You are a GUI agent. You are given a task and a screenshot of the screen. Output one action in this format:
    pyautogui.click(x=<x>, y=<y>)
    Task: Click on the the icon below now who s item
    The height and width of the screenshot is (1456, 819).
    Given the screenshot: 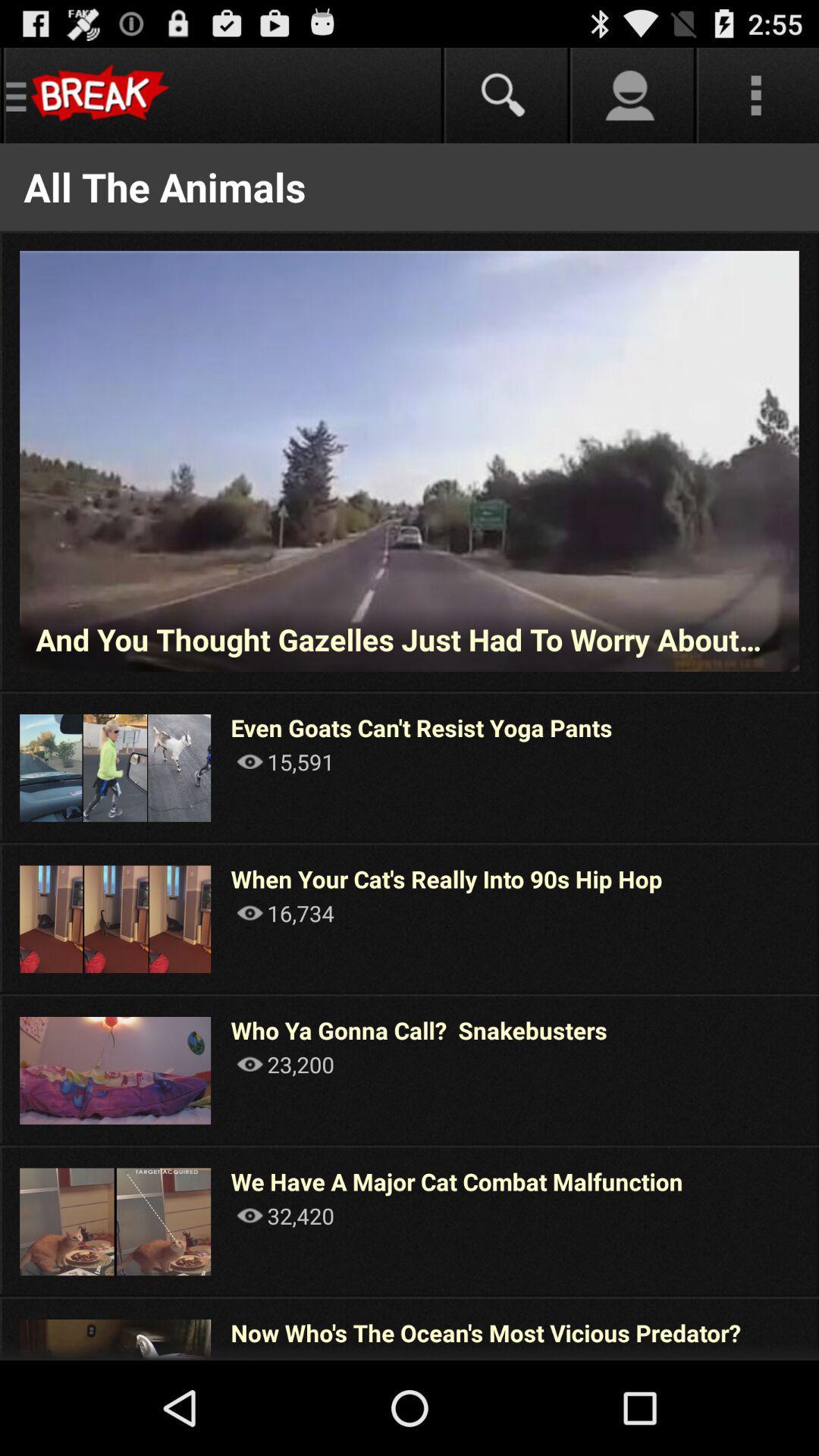 What is the action you would take?
    pyautogui.click(x=285, y=1356)
    